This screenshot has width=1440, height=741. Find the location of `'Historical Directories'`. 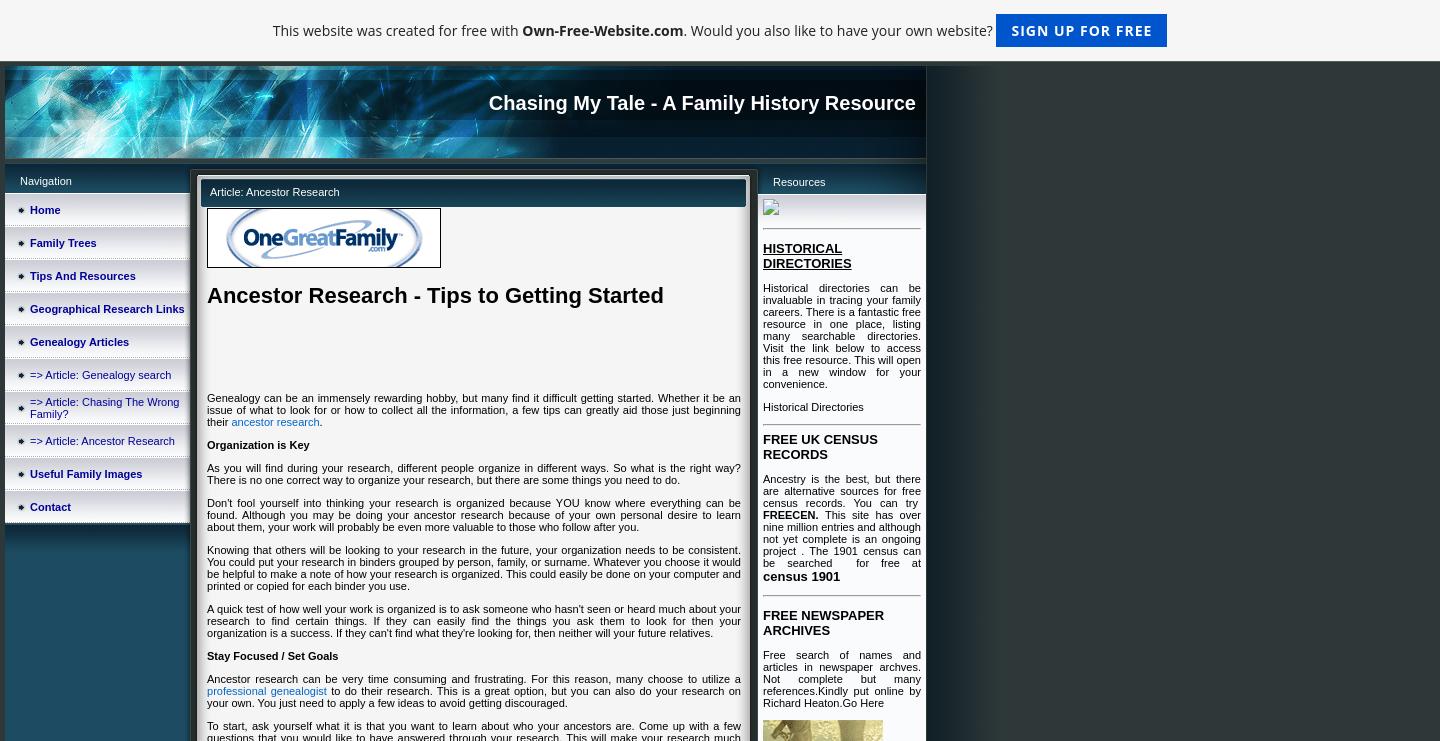

'Historical Directories' is located at coordinates (762, 406).